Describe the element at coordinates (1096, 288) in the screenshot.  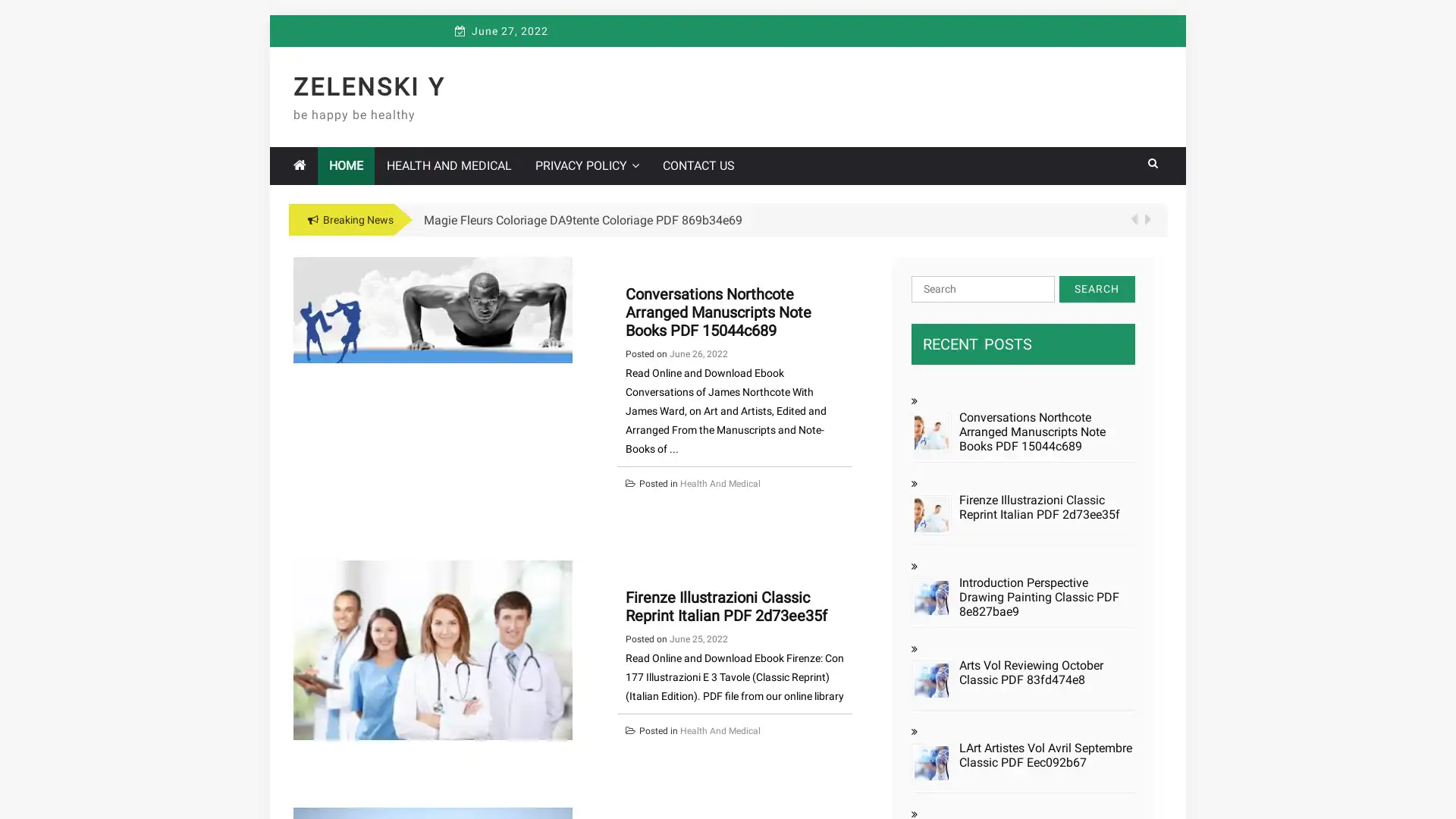
I see `Search` at that location.